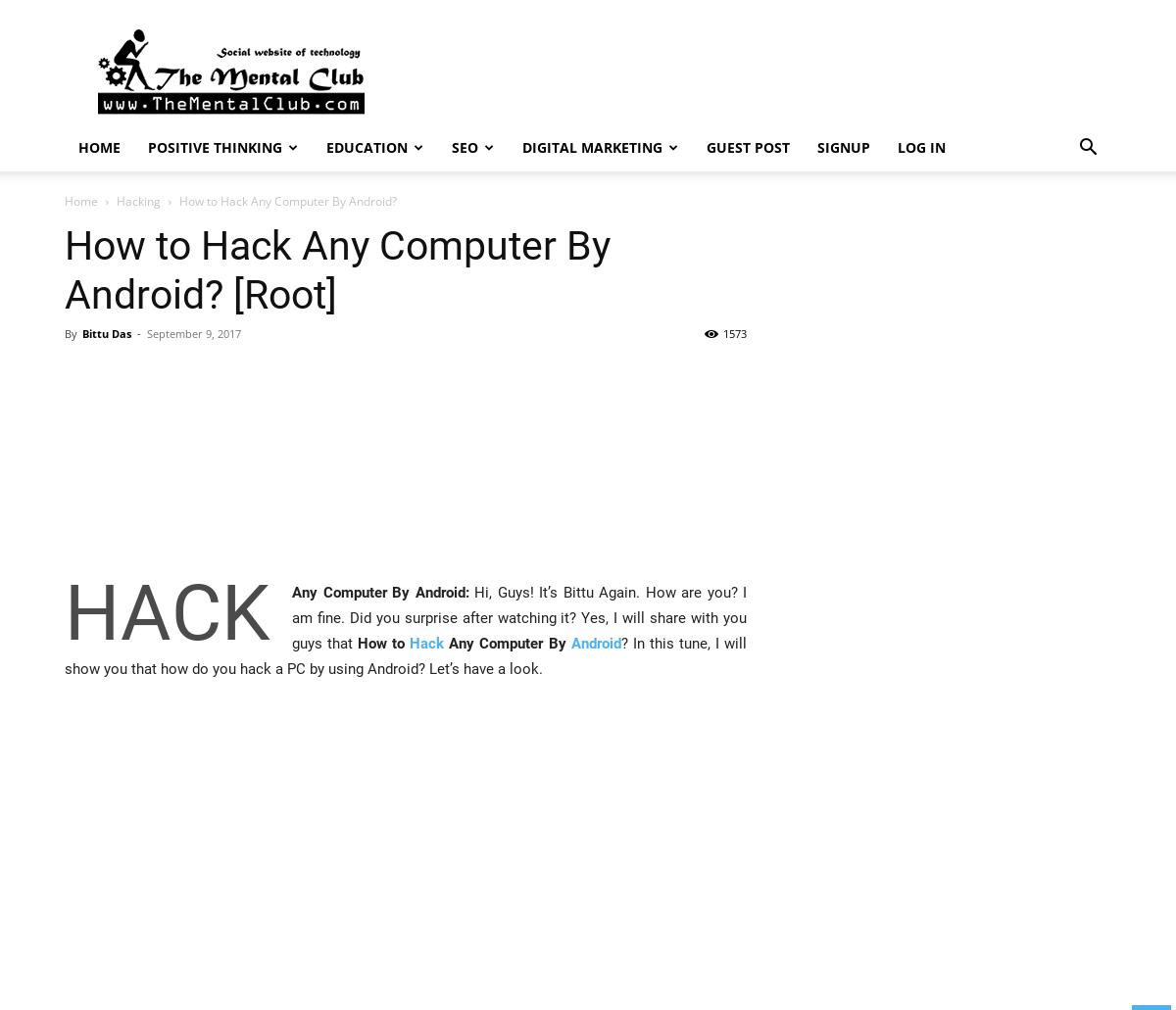 The width and height of the screenshot is (1176, 1010). I want to click on 'Search', so click(586, 99).